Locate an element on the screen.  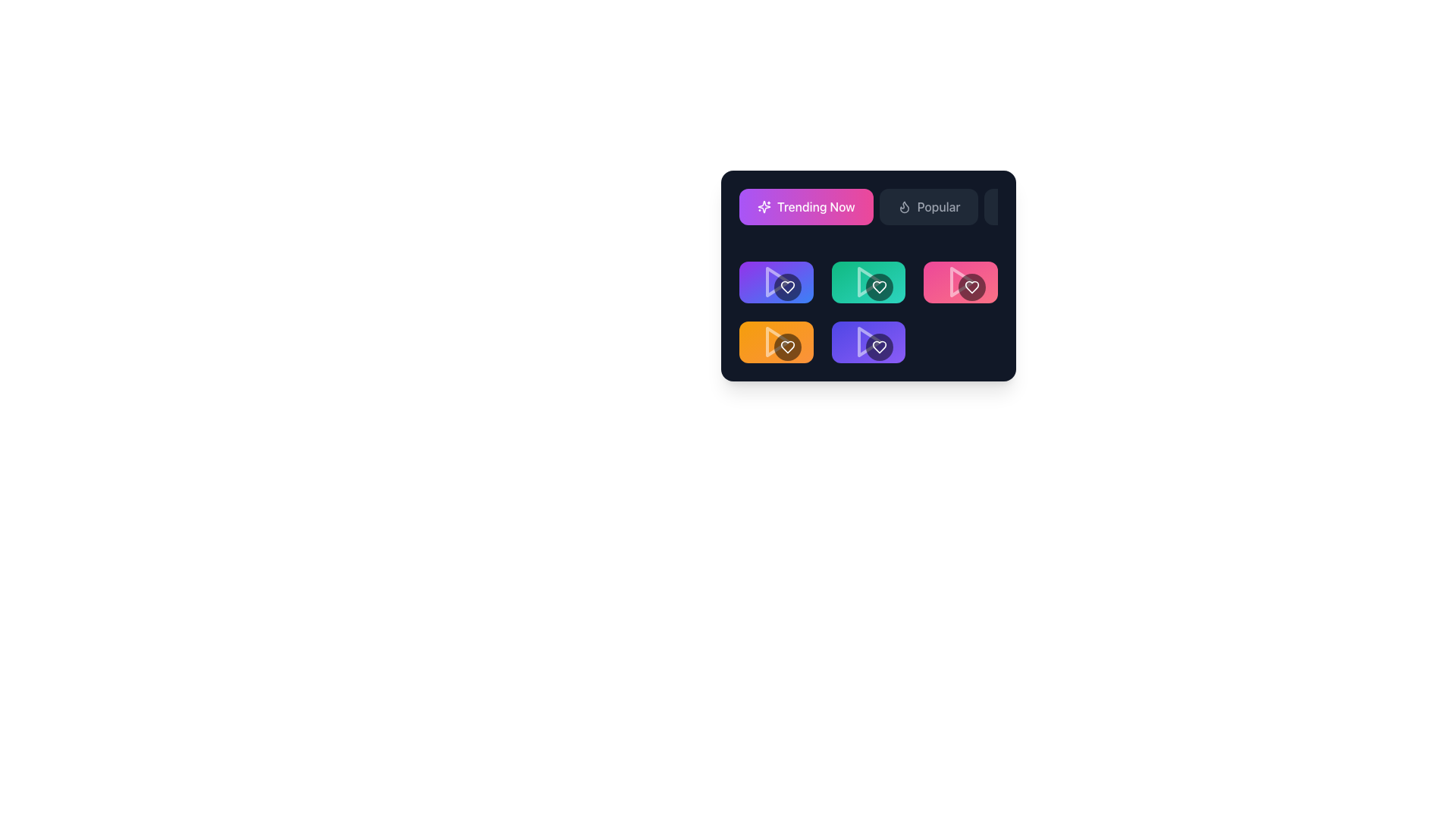
the rounded rectangular button with a gradient pink background and white text '445K', featuring a thumbs-up icon on its left side, positioned as the second item in a horizontal row of buttons is located at coordinates (972, 275).